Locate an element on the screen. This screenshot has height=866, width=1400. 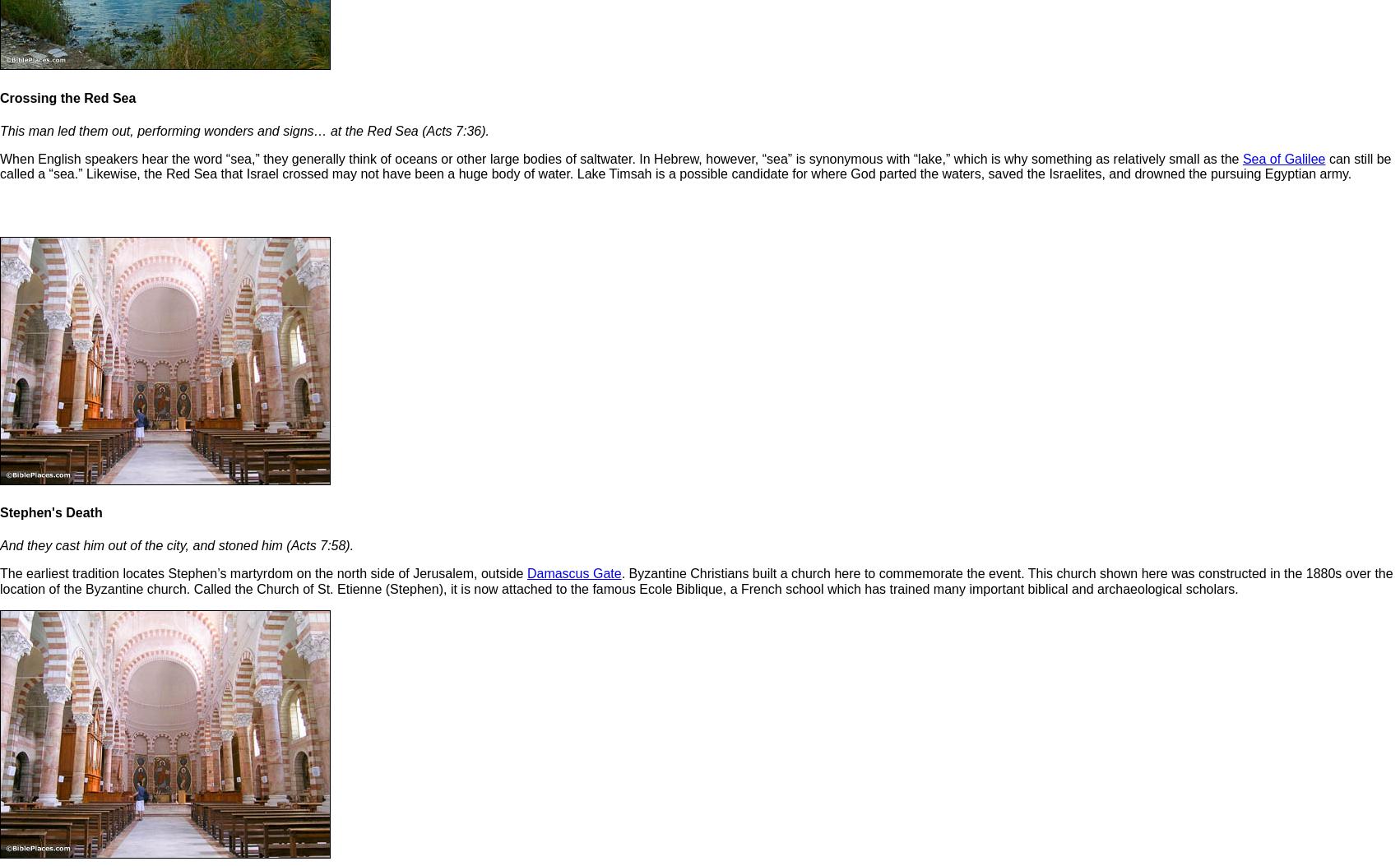
'And they cast him out of the city, and stoned him (Acts 7:58).' is located at coordinates (0, 544).